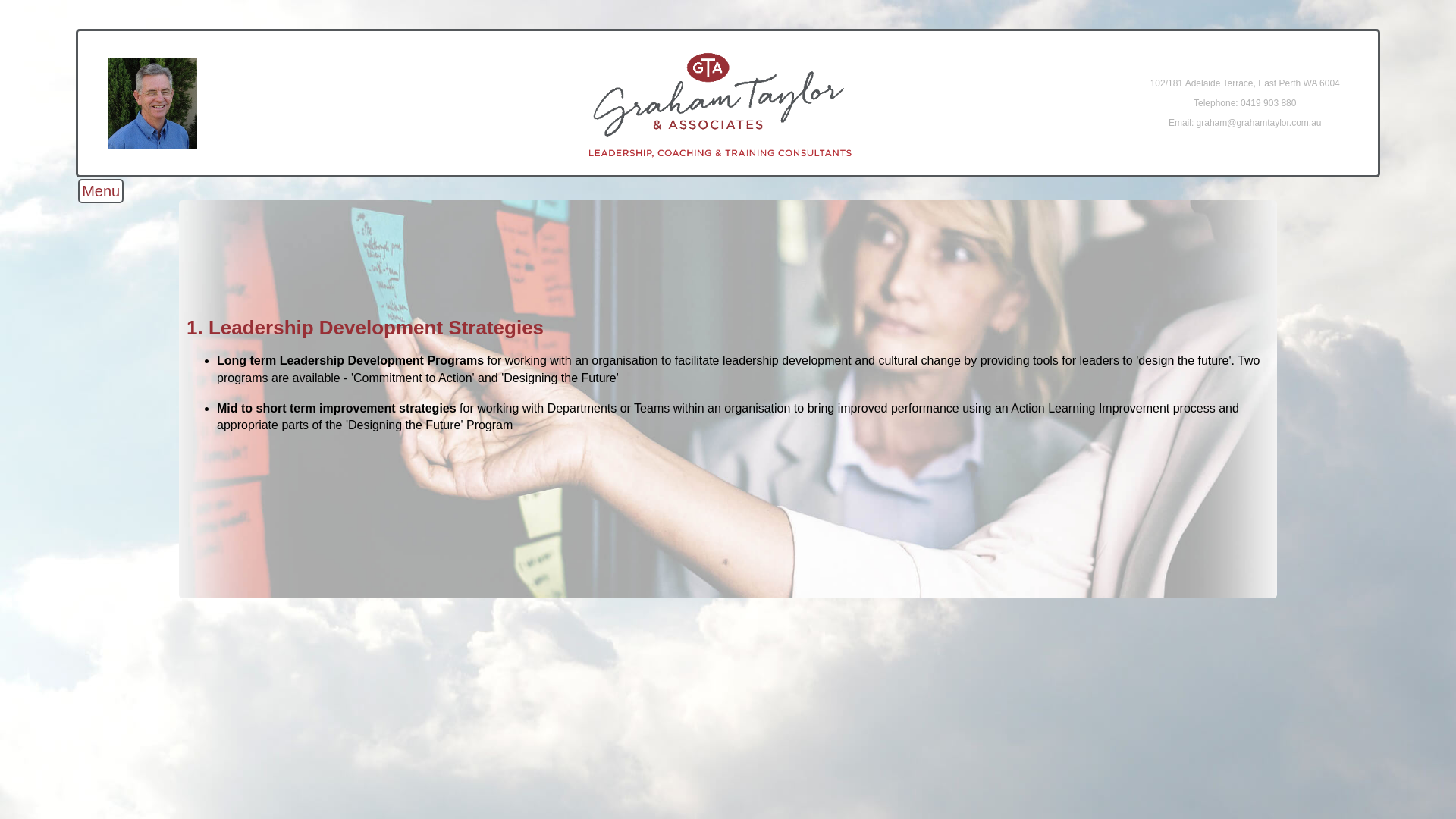 This screenshot has width=1456, height=819. What do you see at coordinates (100, 190) in the screenshot?
I see `'Menu'` at bounding box center [100, 190].